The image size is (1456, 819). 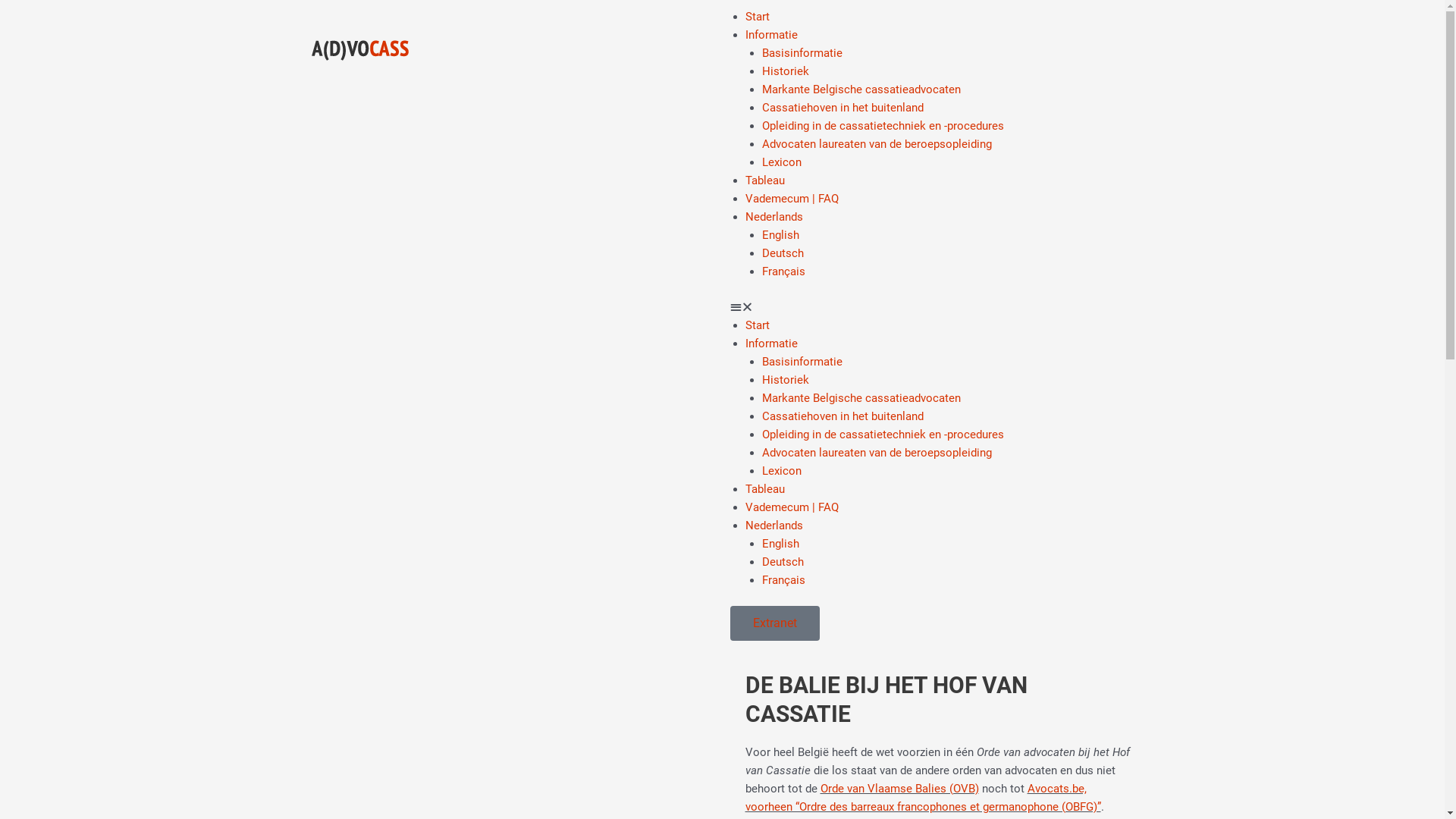 I want to click on 'Historiek', so click(x=786, y=71).